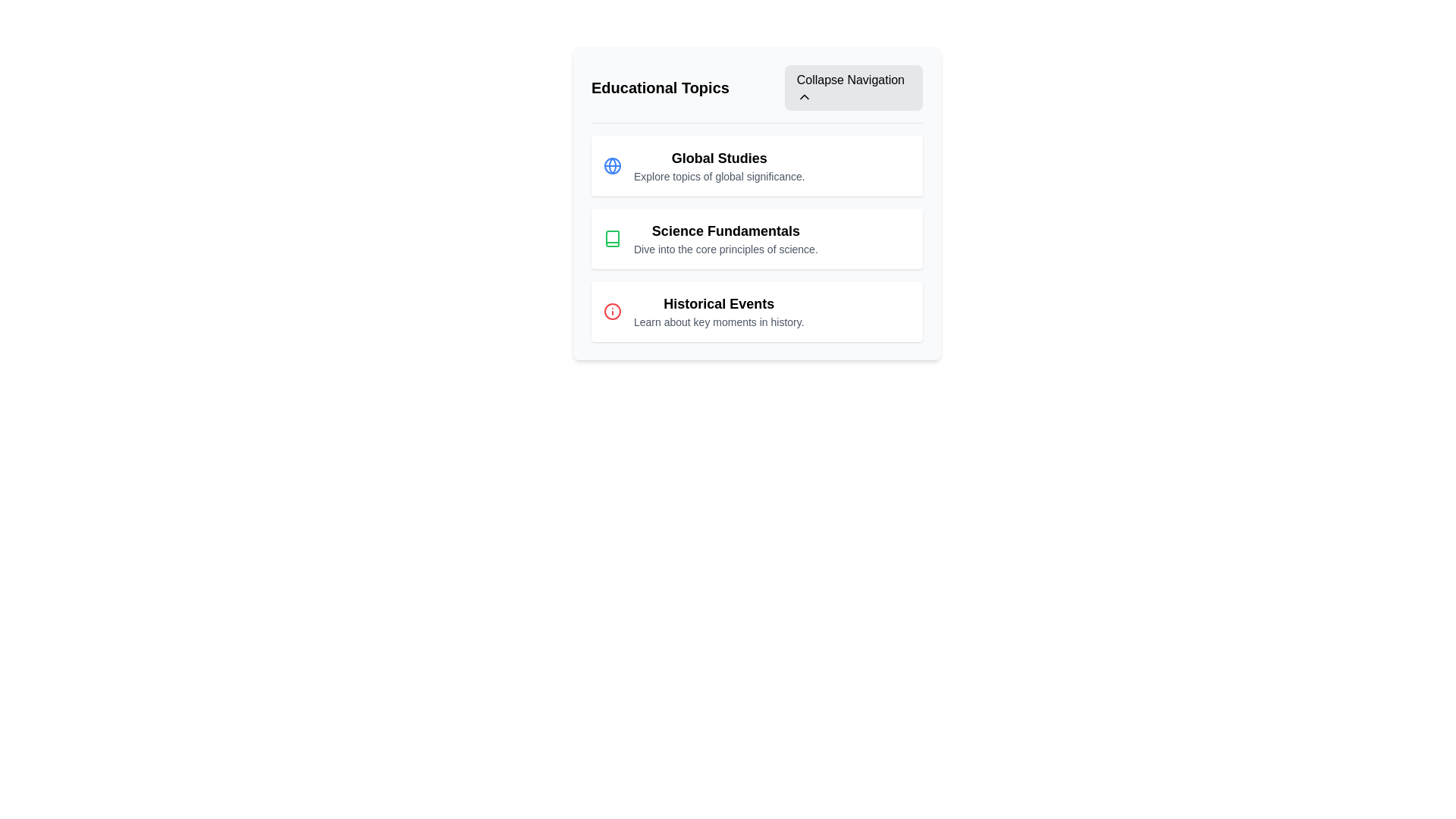  I want to click on the green book-shaped icon in the navigation menu that is located to the left of the 'Science Fundamentals' text to associate it with the adjacent text, so click(612, 239).